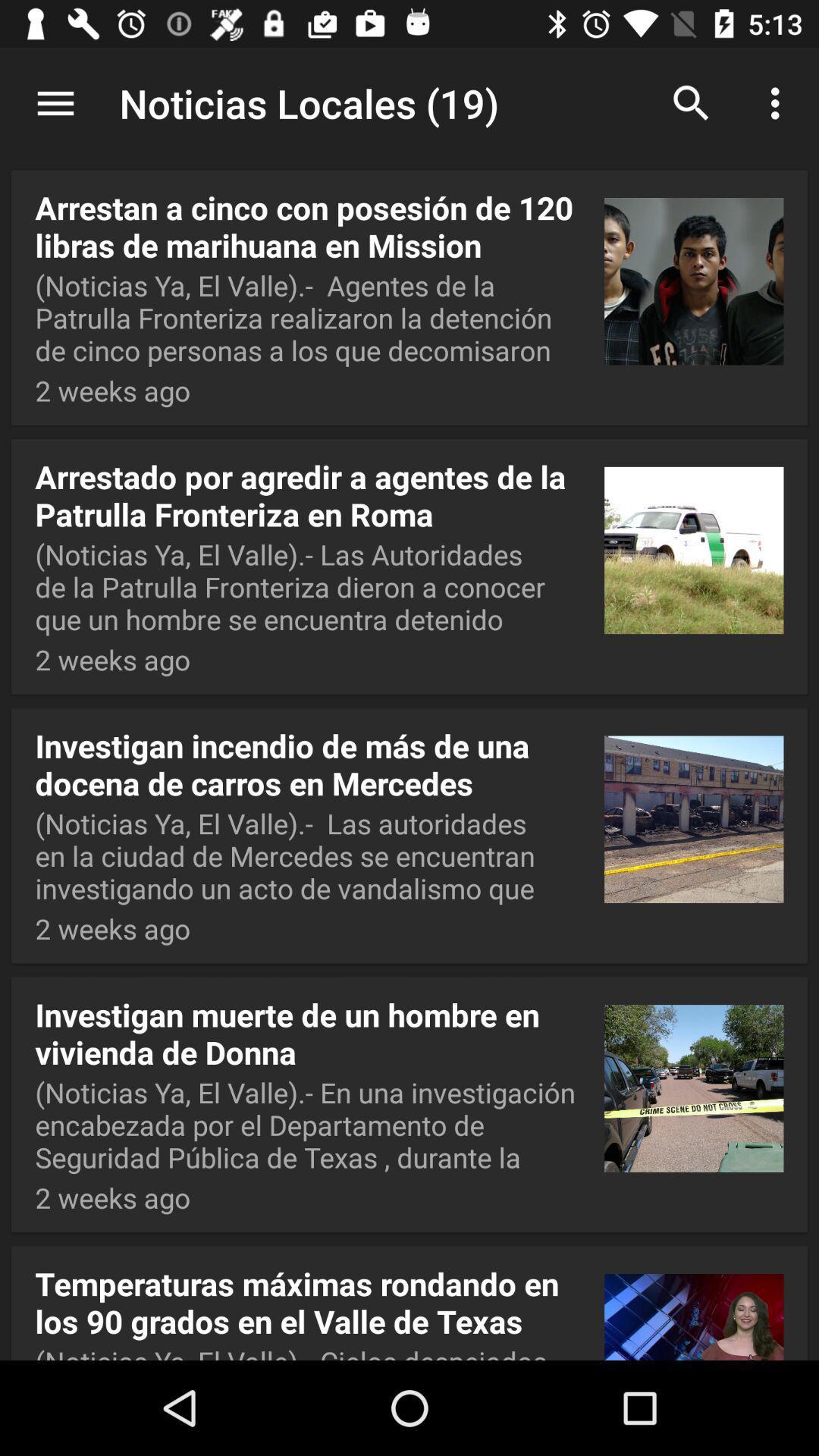 The image size is (819, 1456). What do you see at coordinates (55, 102) in the screenshot?
I see `app above arrestan a cinco app` at bounding box center [55, 102].